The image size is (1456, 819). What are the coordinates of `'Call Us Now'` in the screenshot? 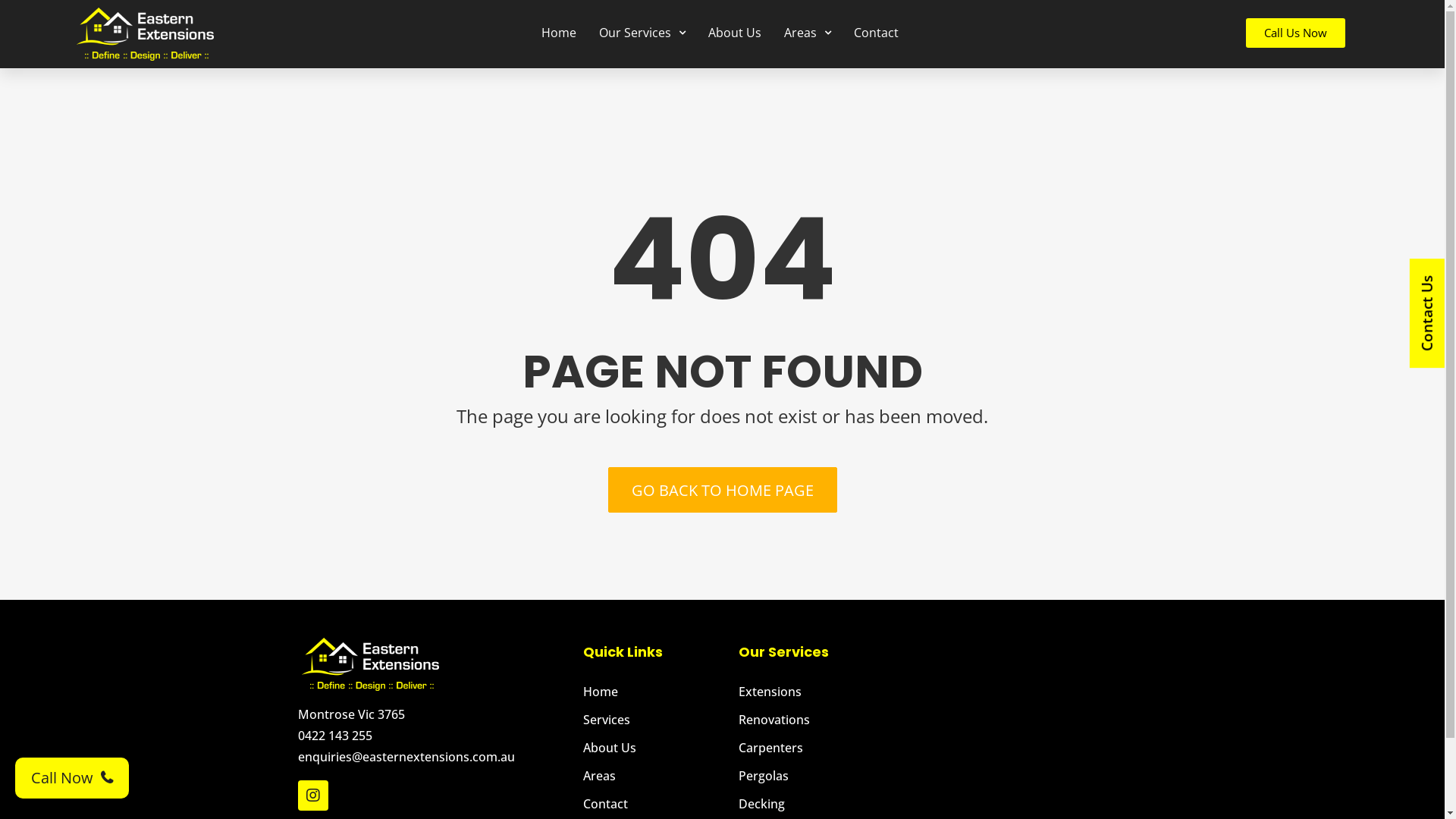 It's located at (1294, 33).